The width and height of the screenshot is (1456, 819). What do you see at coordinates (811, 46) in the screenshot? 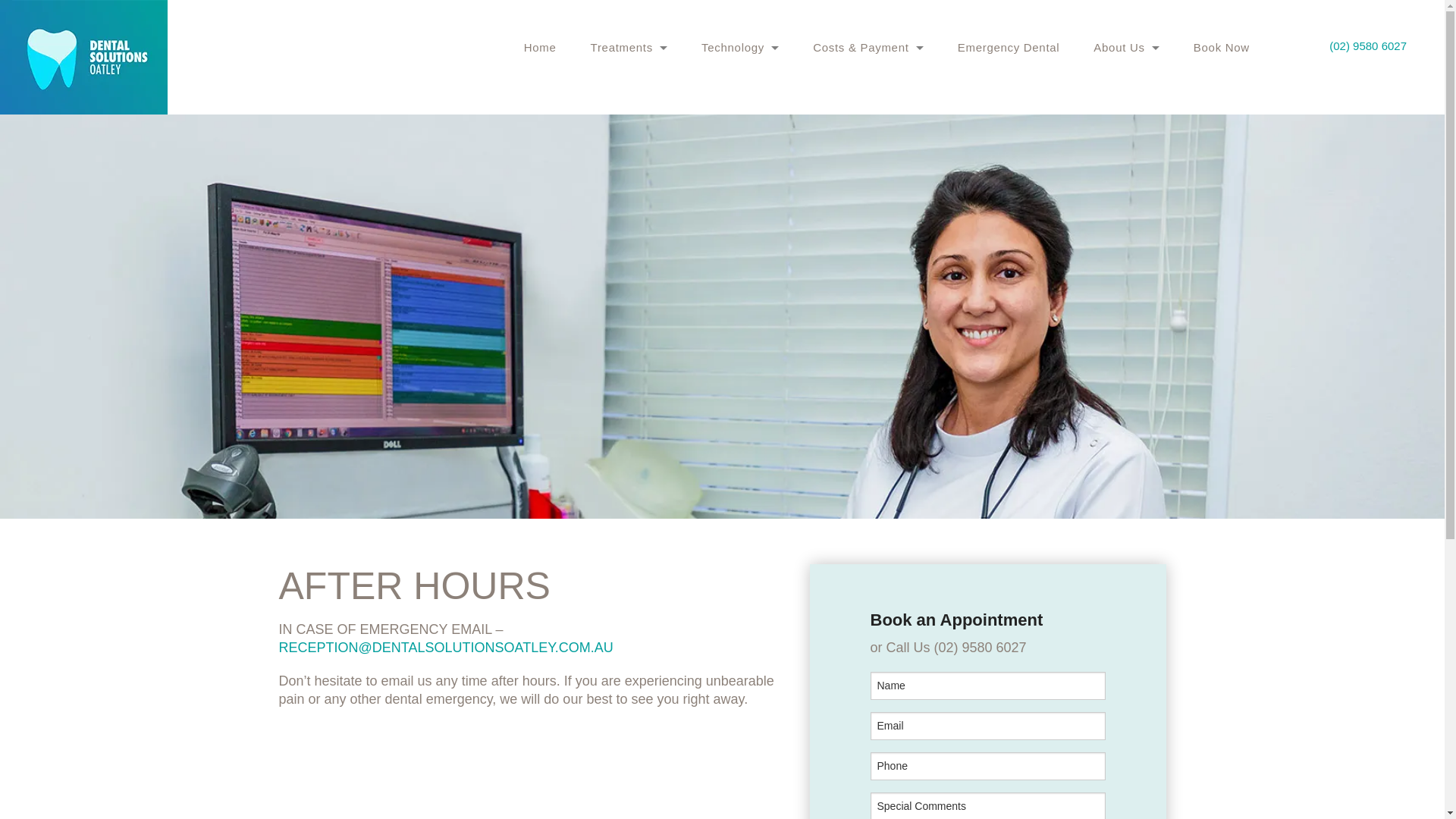
I see `'Costs & Payment'` at bounding box center [811, 46].